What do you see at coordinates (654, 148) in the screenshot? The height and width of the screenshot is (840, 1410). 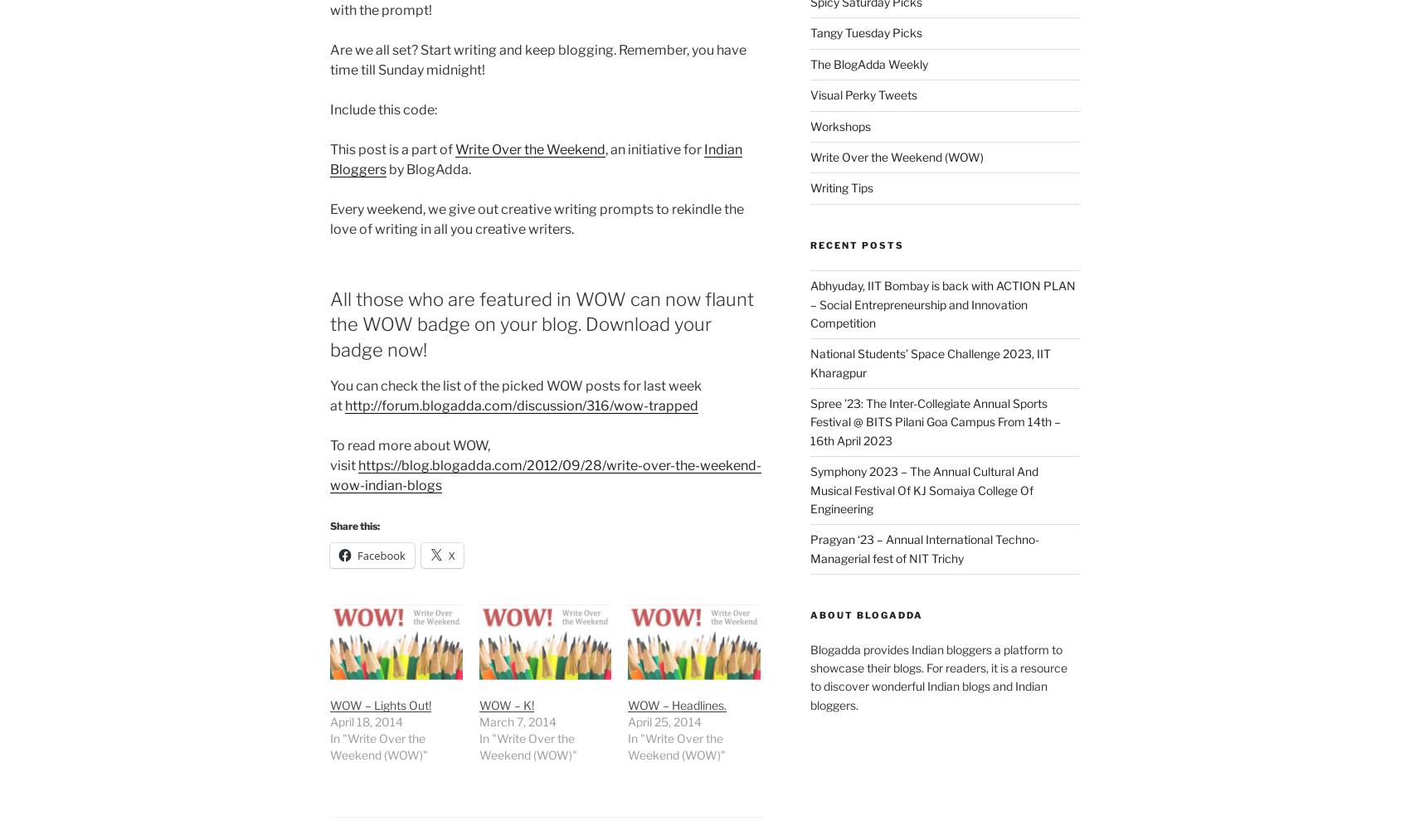 I see `', an initiative for'` at bounding box center [654, 148].